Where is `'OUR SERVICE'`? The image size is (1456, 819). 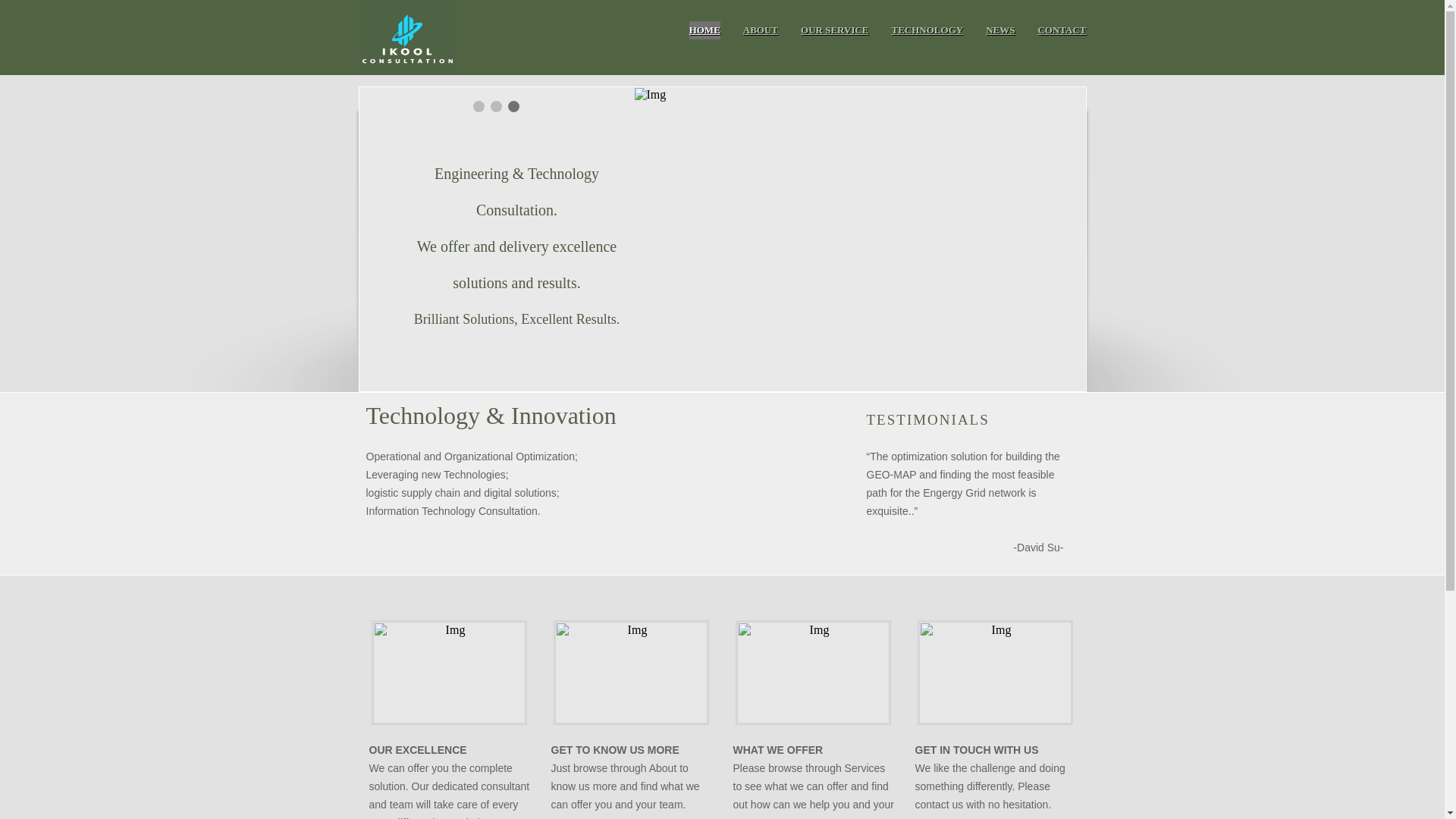 'OUR SERVICE' is located at coordinates (833, 30).